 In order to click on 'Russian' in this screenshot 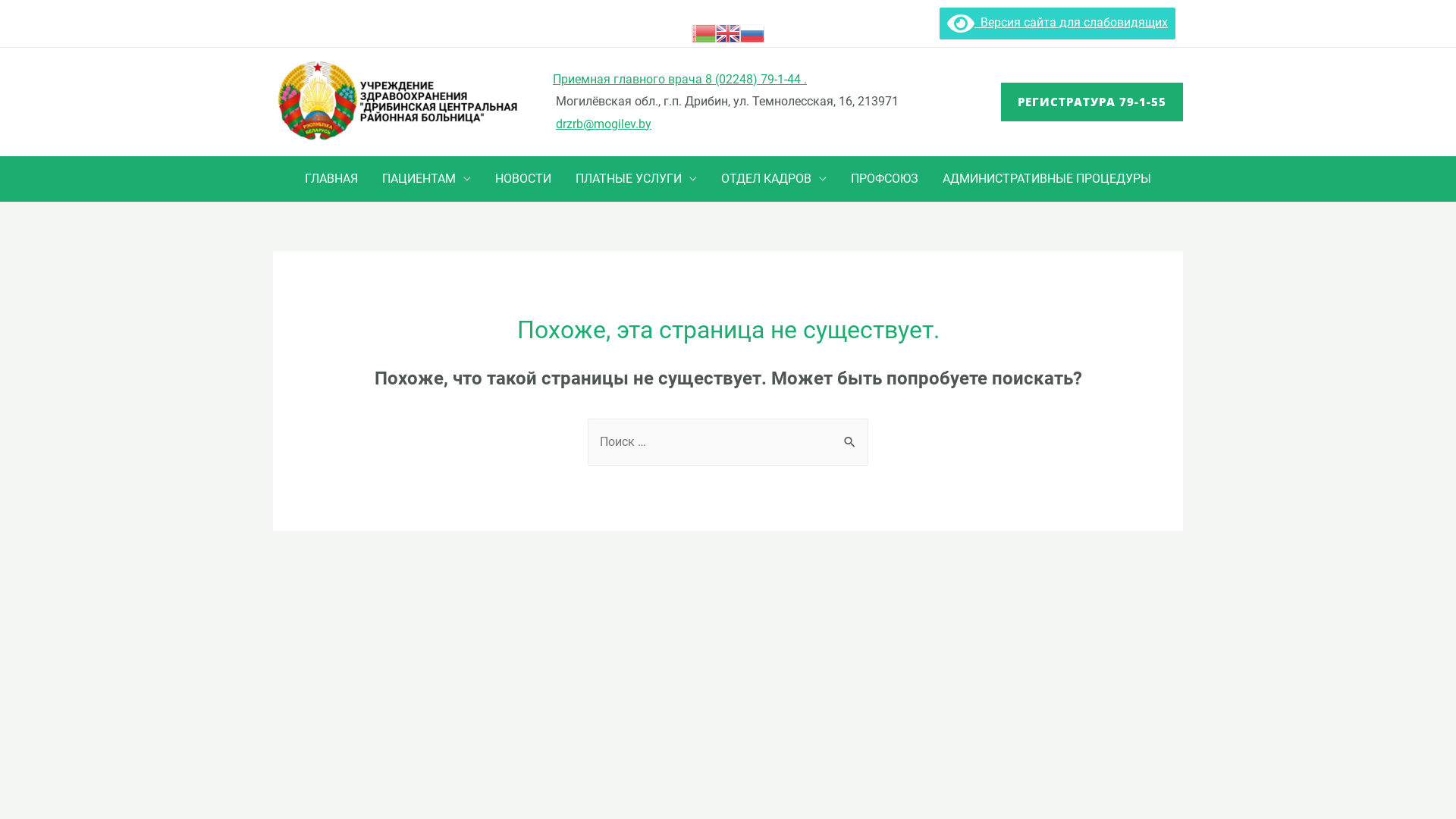, I will do `click(752, 32)`.